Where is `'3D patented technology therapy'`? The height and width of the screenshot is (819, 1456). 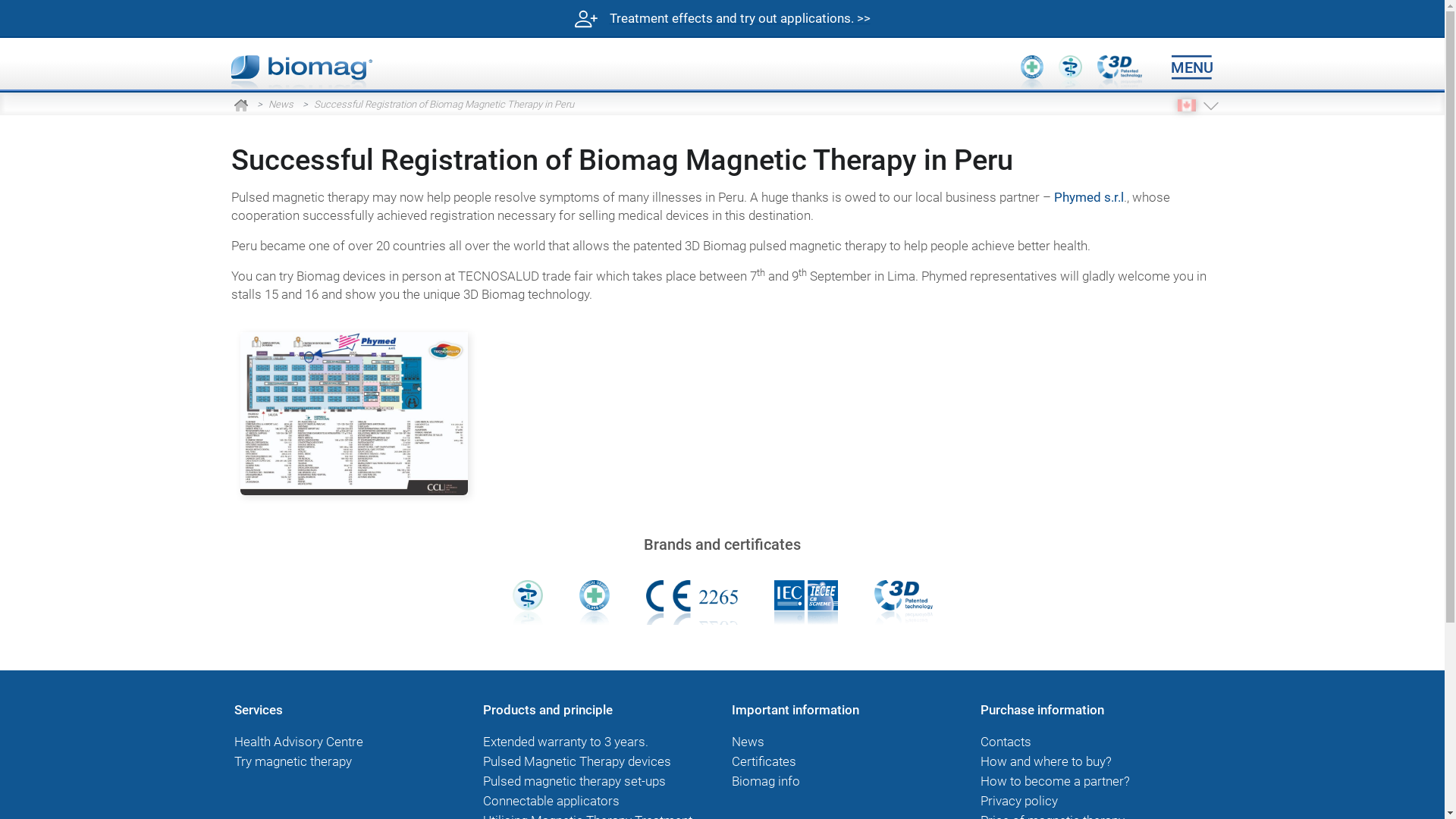
'3D patented technology therapy' is located at coordinates (1093, 72).